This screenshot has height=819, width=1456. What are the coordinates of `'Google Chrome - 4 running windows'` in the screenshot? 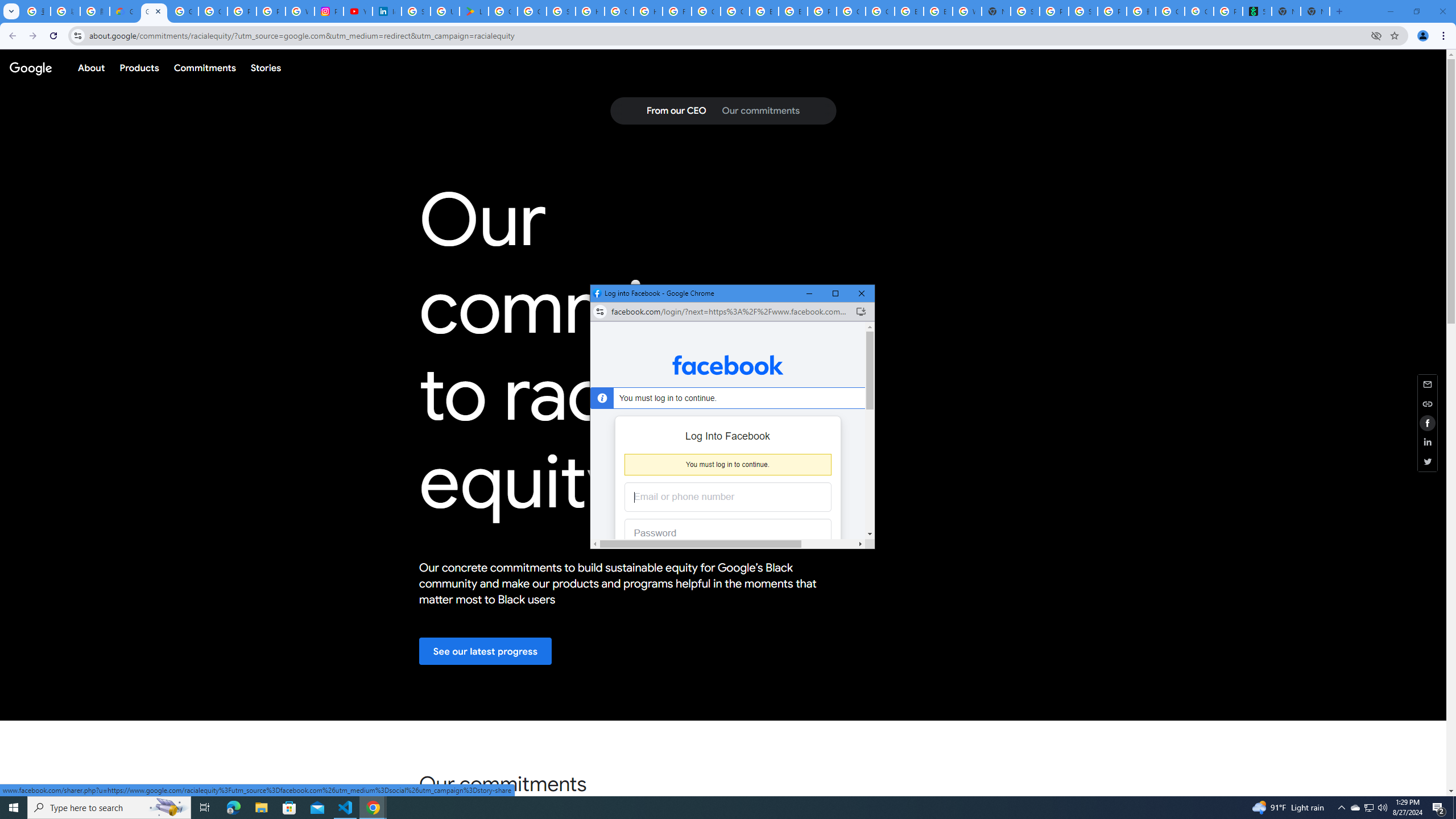 It's located at (373, 806).